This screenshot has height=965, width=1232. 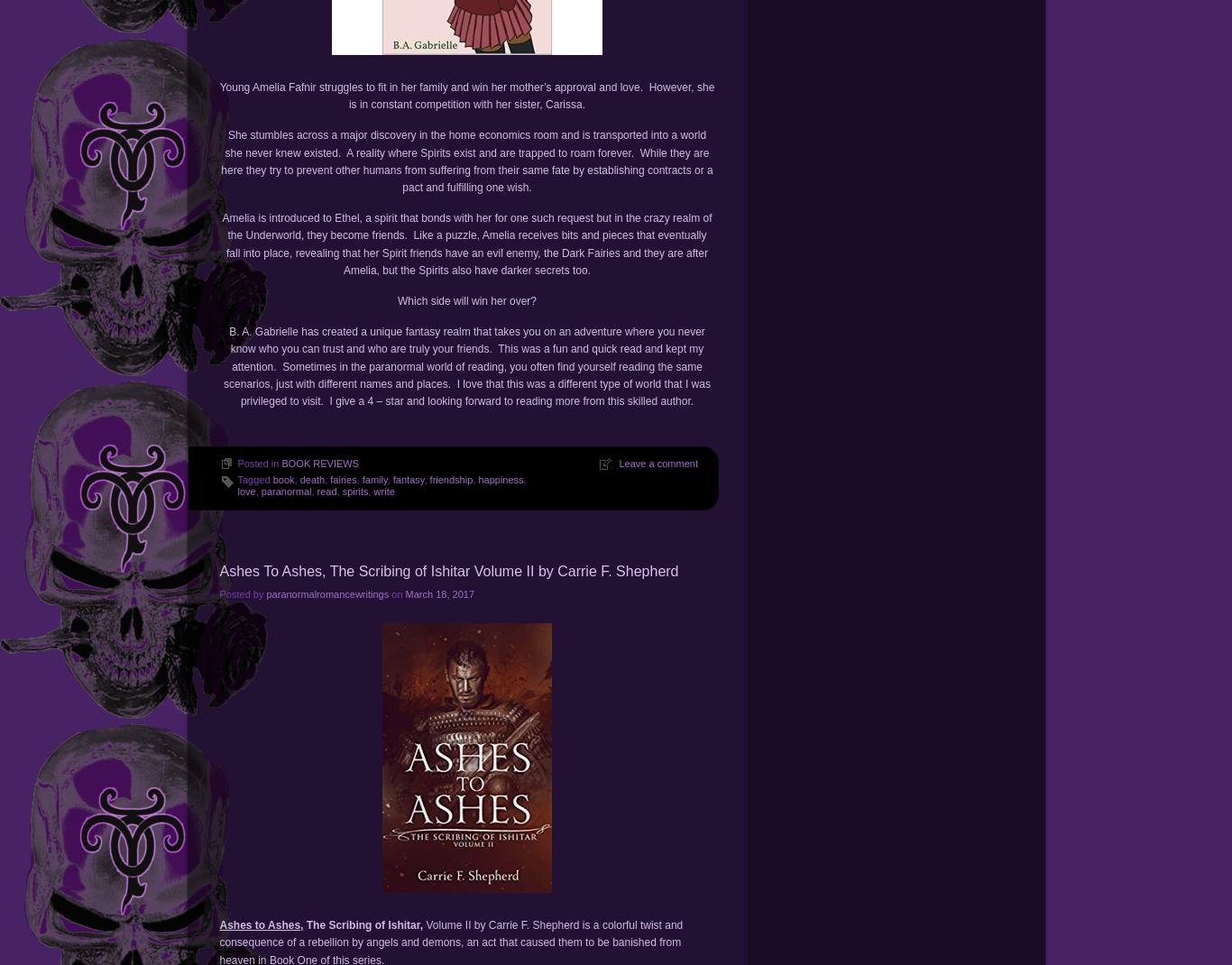 What do you see at coordinates (286, 490) in the screenshot?
I see `'paranormal'` at bounding box center [286, 490].